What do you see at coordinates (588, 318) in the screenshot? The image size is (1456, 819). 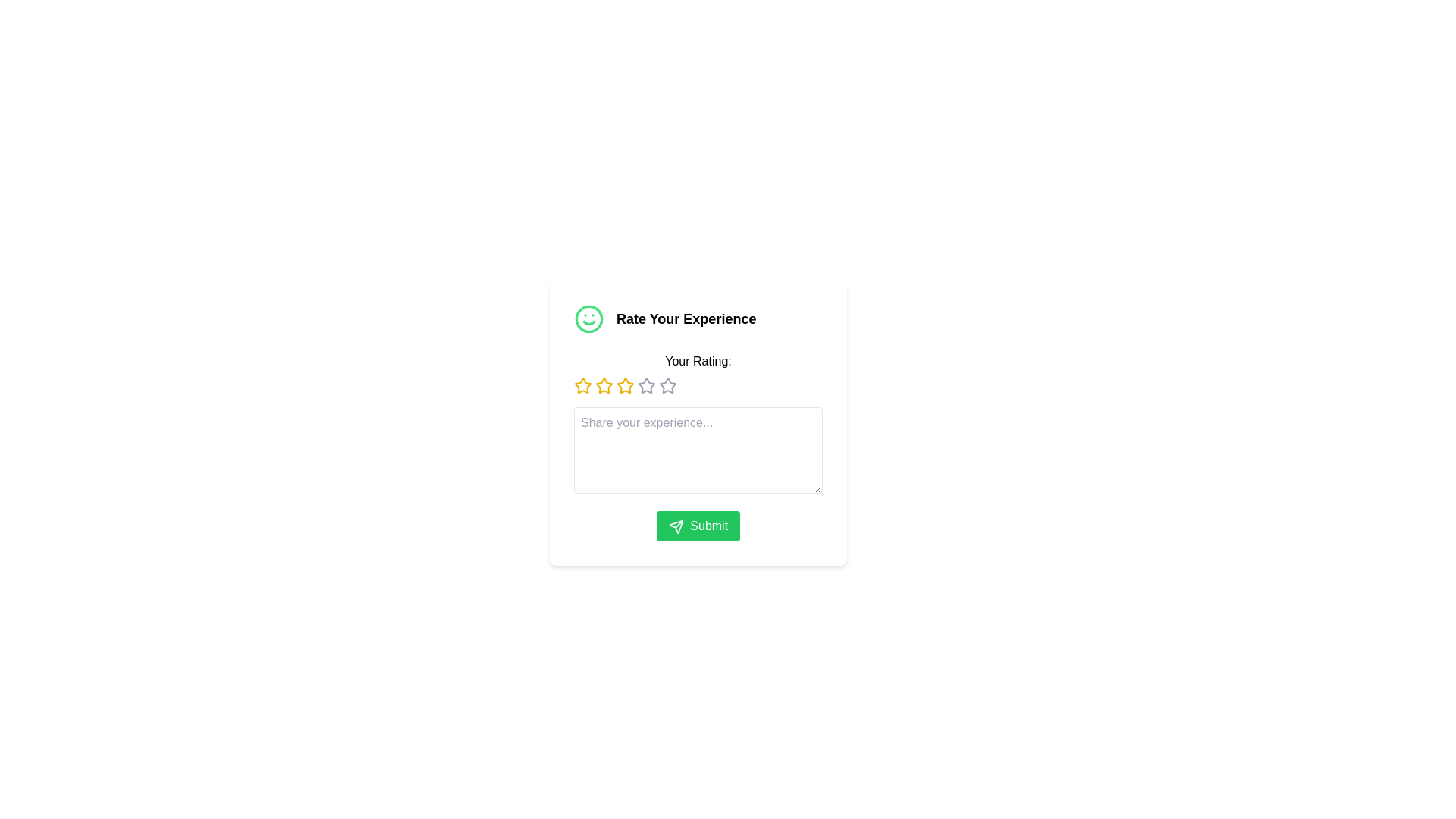 I see `the green circular outline of the smiley face, which is part of the SVG icon in the feedback form interface, located to the left of the title 'Rate Your Experience'` at bounding box center [588, 318].